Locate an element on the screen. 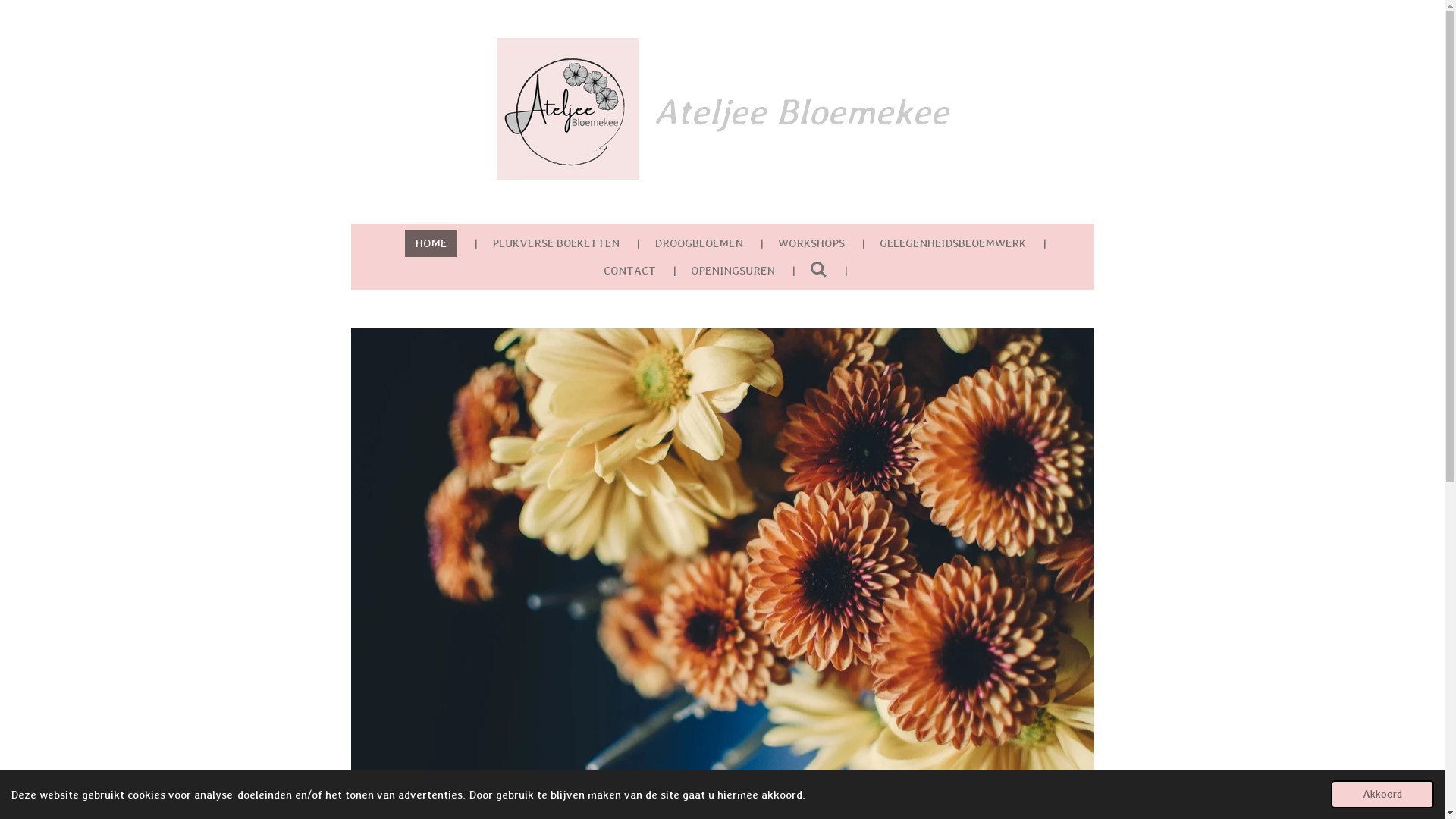  'Akkoord' is located at coordinates (1382, 793).